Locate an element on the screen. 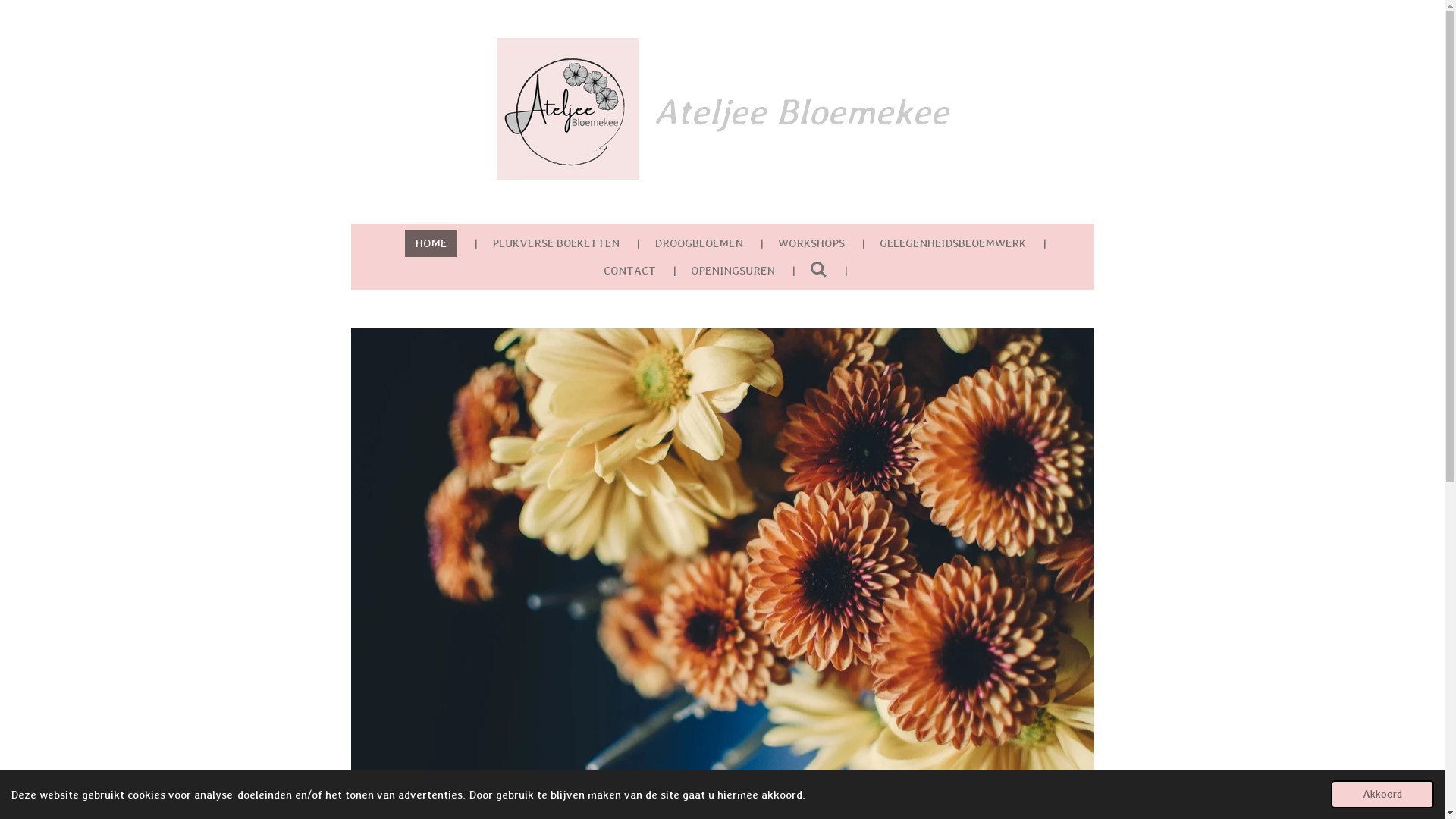  'Akkoord' is located at coordinates (1382, 793).